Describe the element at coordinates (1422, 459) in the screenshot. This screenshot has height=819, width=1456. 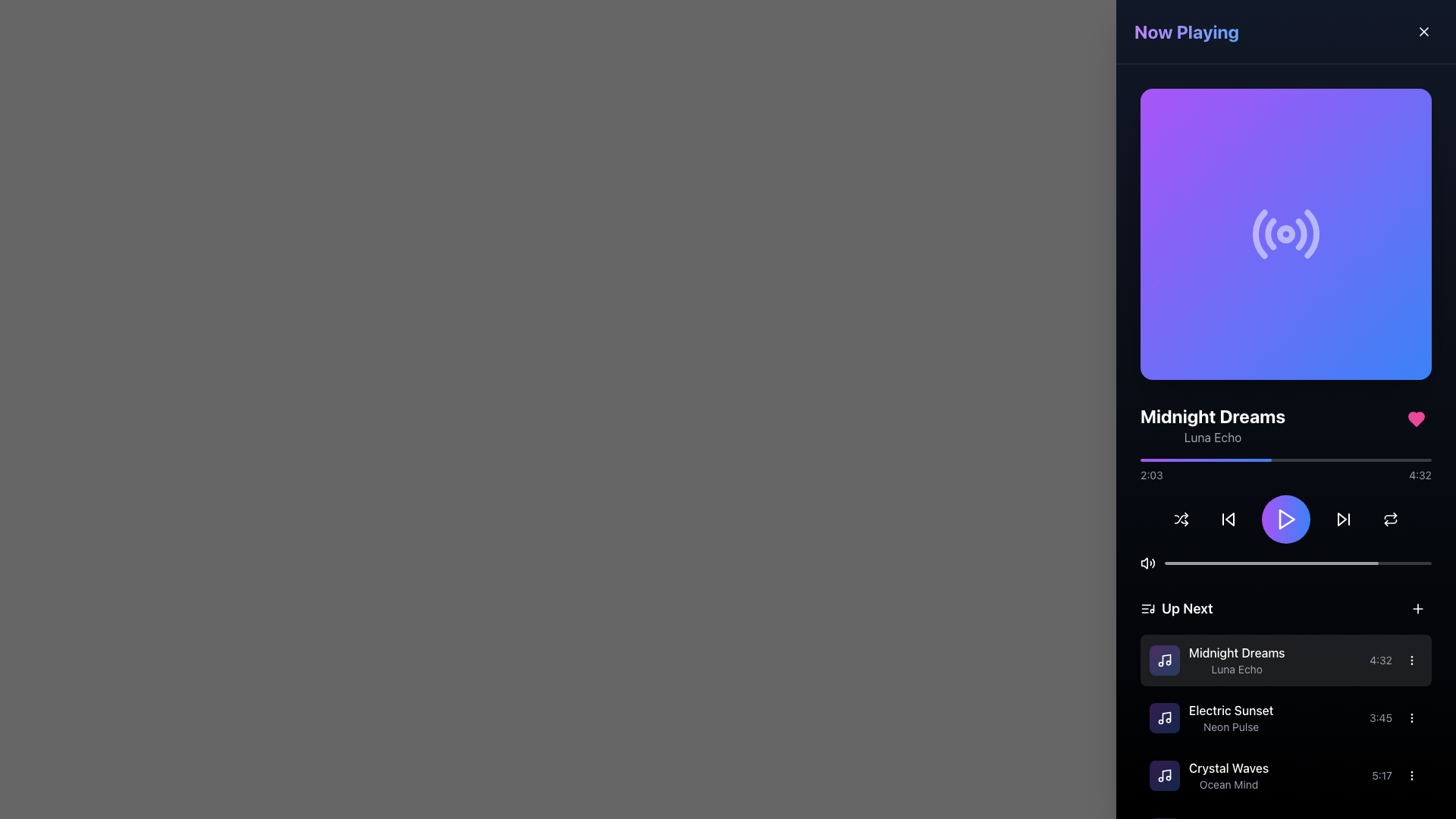
I see `the audio progress` at that location.